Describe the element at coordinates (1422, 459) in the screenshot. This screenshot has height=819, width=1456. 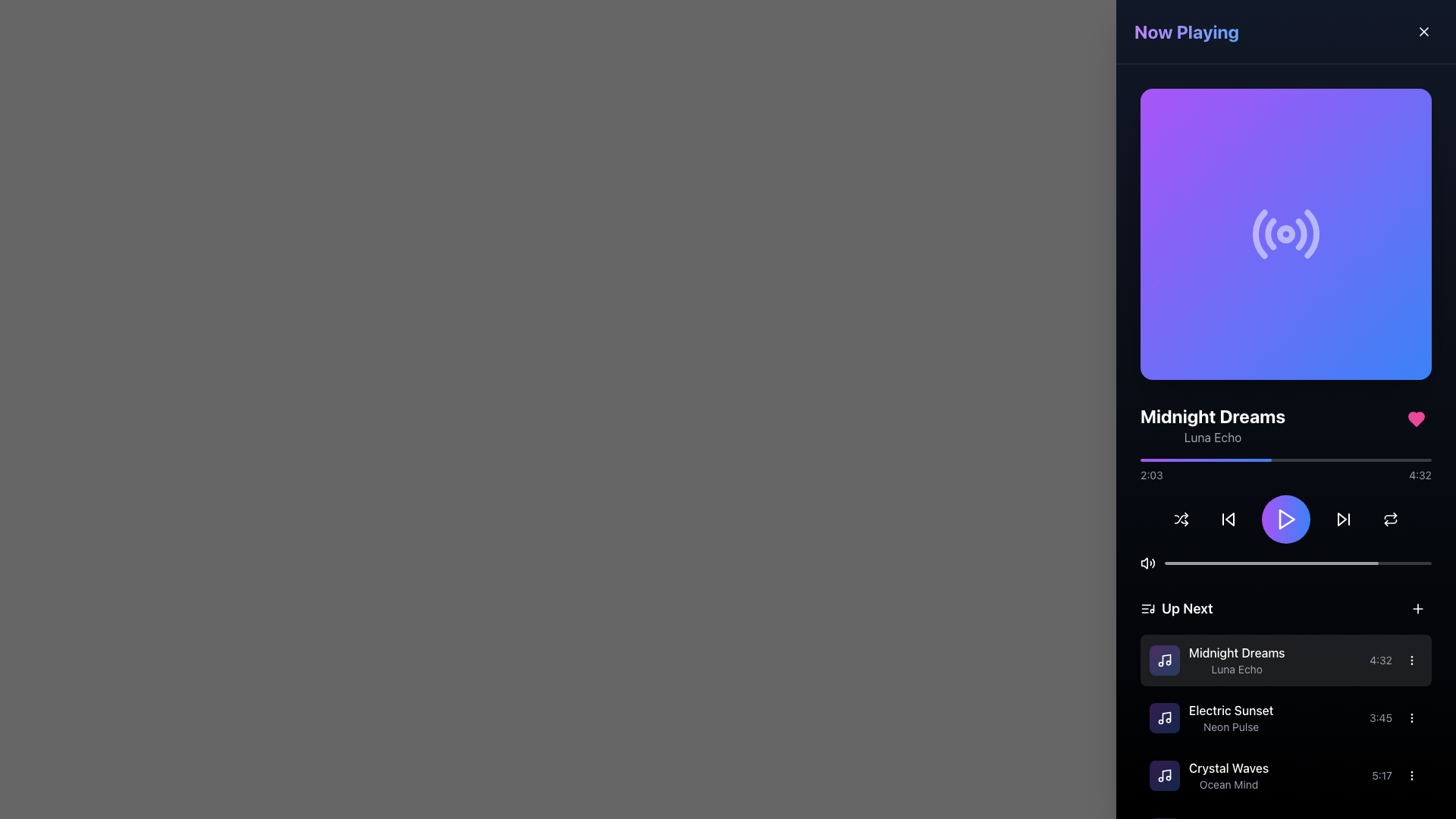
I see `the audio progress` at that location.